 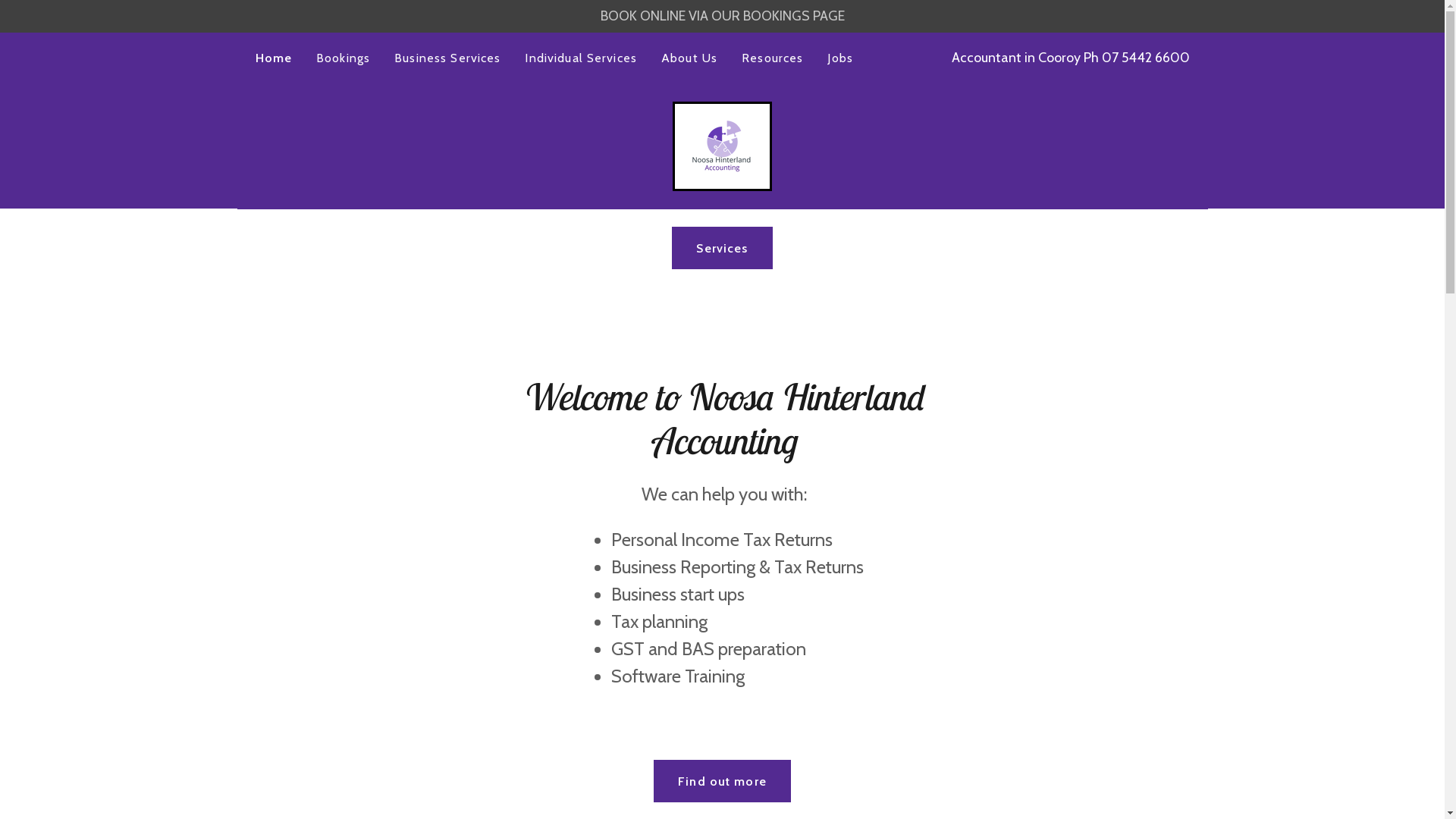 I want to click on 'Individual Services', so click(x=520, y=57).